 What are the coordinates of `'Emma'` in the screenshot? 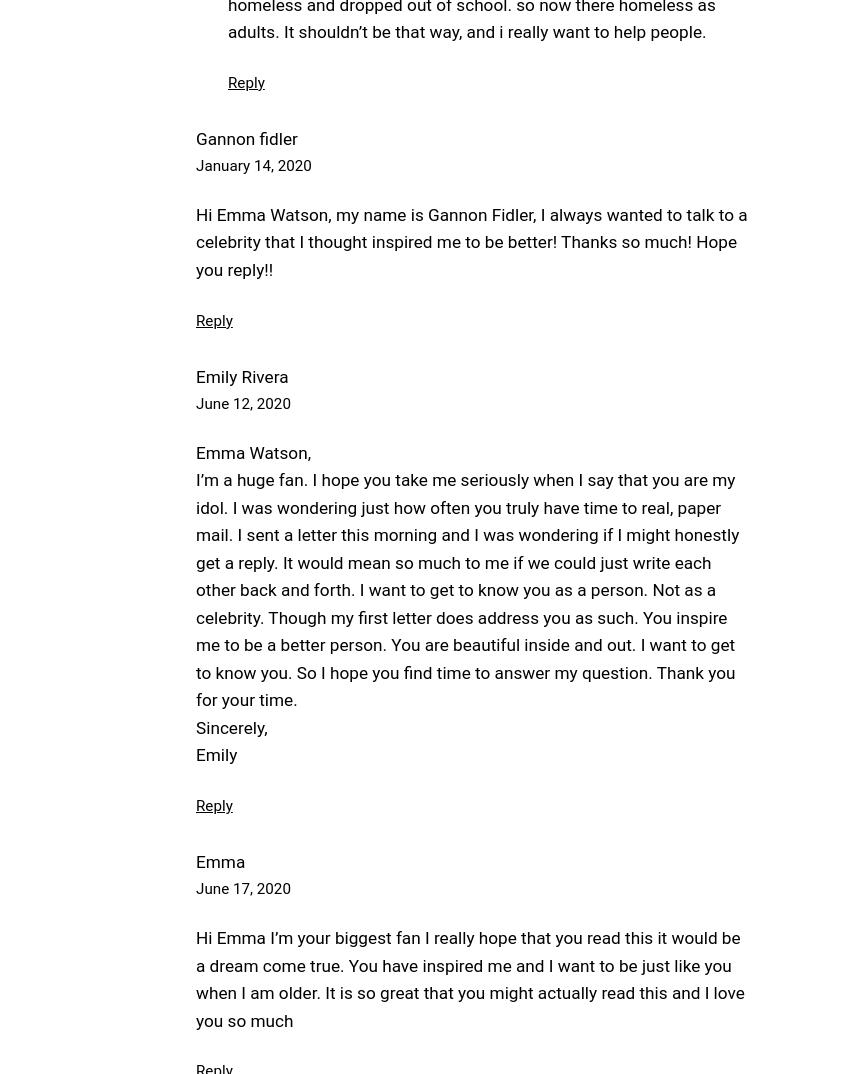 It's located at (220, 860).